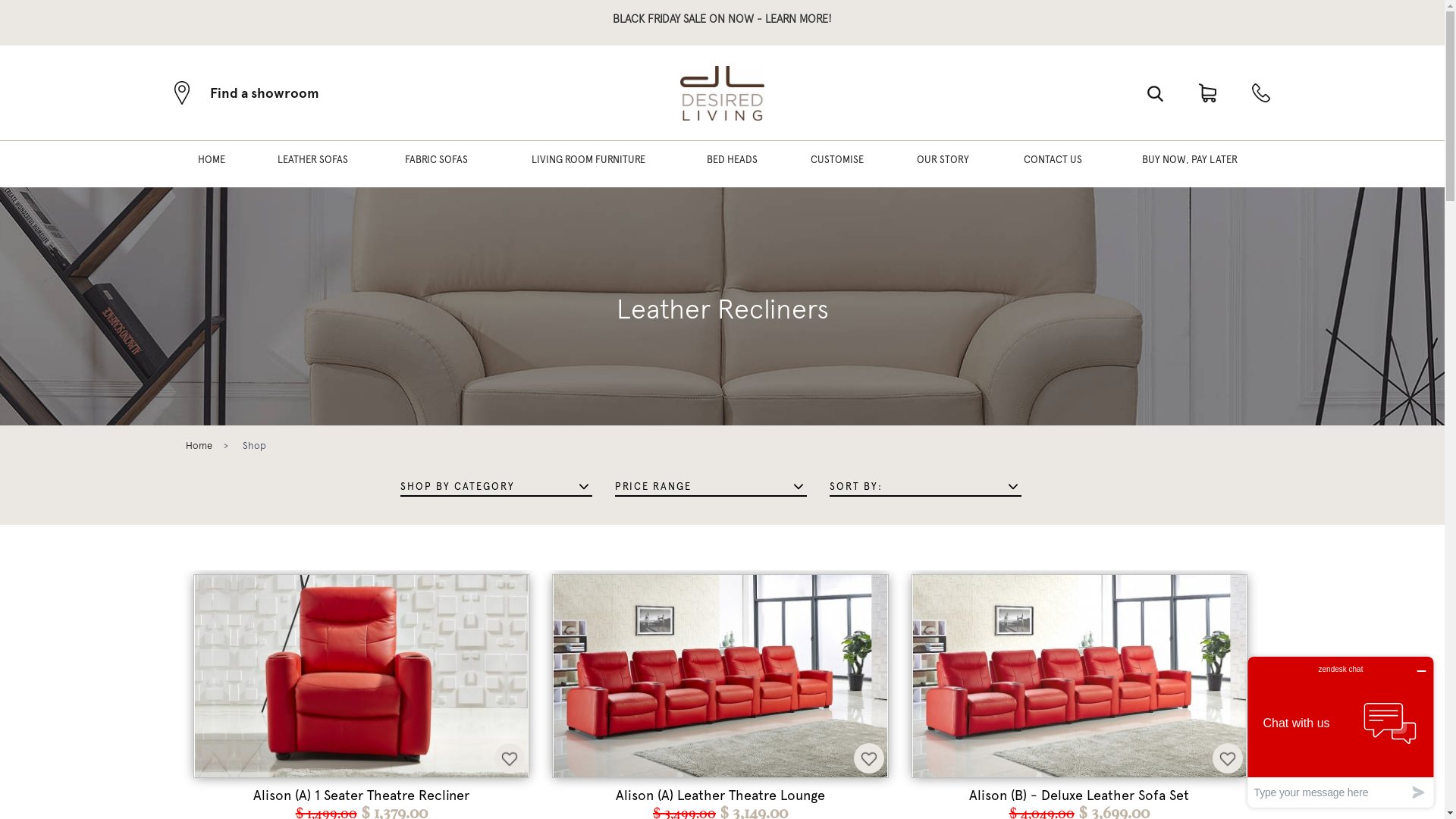  Describe the element at coordinates (902, 164) in the screenshot. I see `'OUR STORY'` at that location.